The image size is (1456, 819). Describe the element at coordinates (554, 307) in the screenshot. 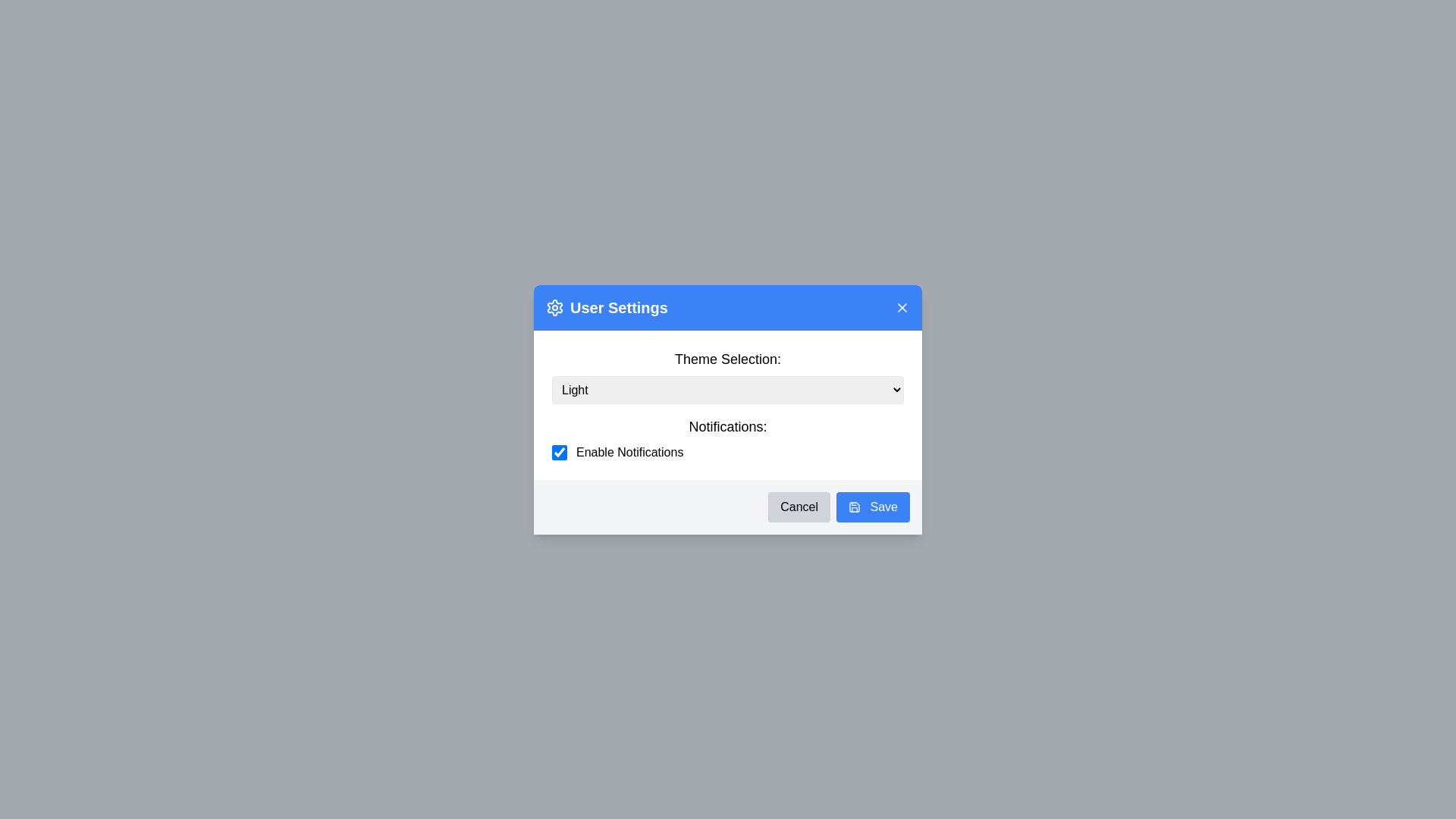

I see `the settings icon located in the dialog box header, to the left of the 'User Settings' label` at that location.